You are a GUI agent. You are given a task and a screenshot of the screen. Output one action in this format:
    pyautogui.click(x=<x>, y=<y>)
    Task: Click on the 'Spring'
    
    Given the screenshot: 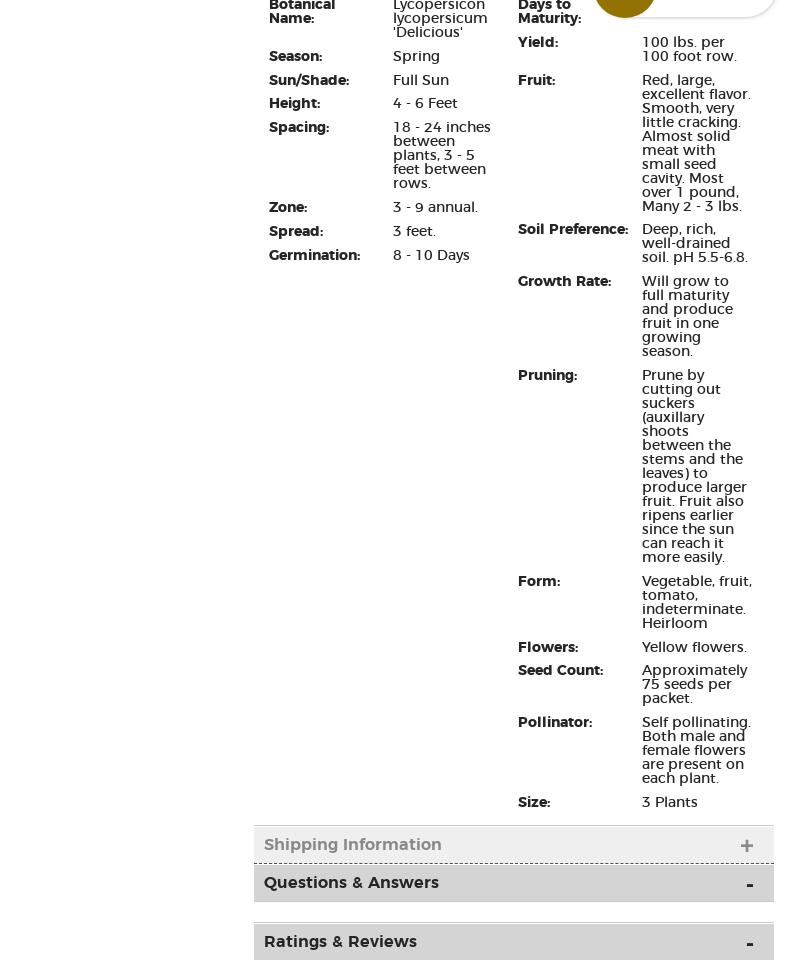 What is the action you would take?
    pyautogui.click(x=415, y=54)
    